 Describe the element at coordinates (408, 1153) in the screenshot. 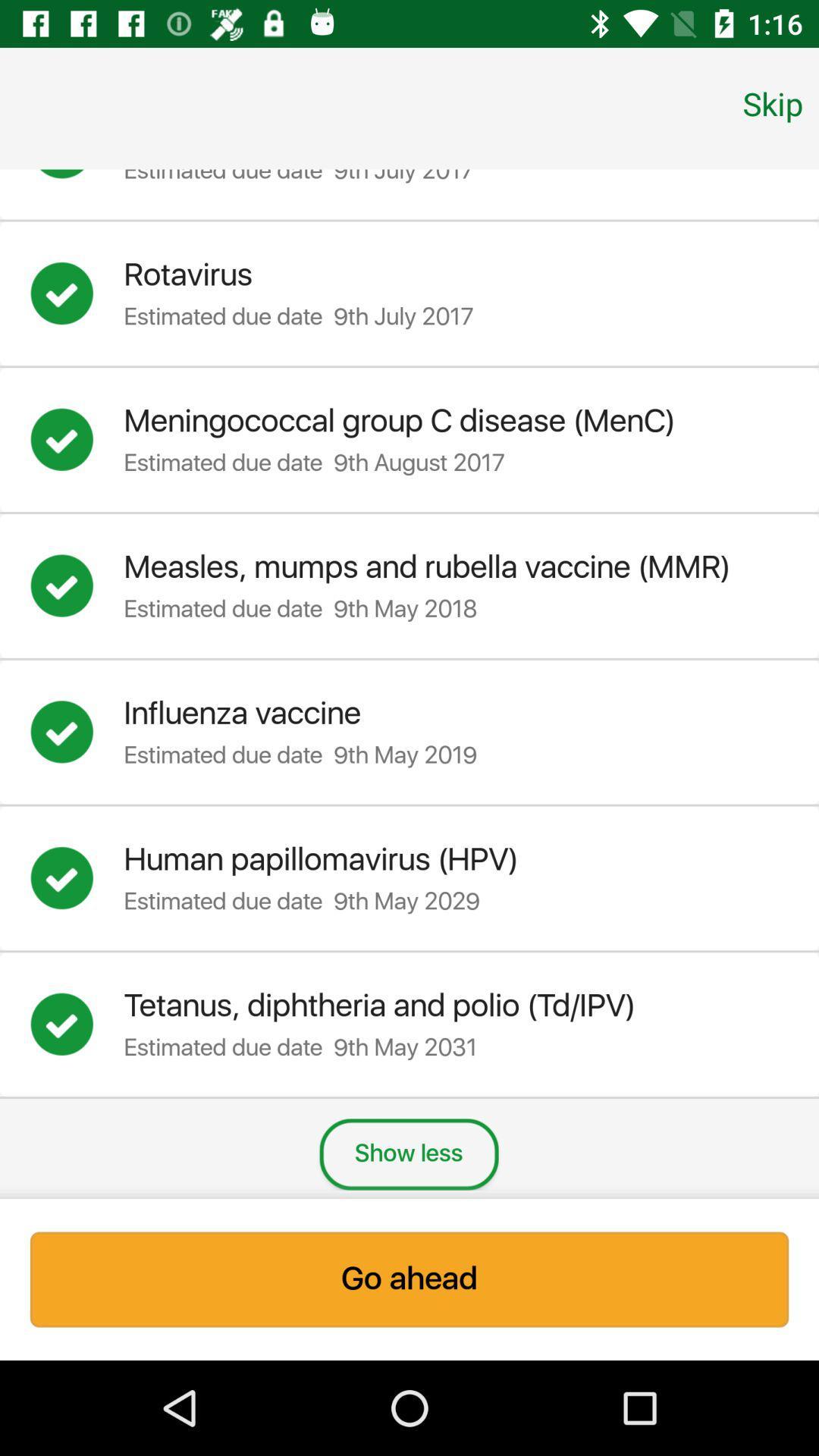

I see `show less item` at that location.